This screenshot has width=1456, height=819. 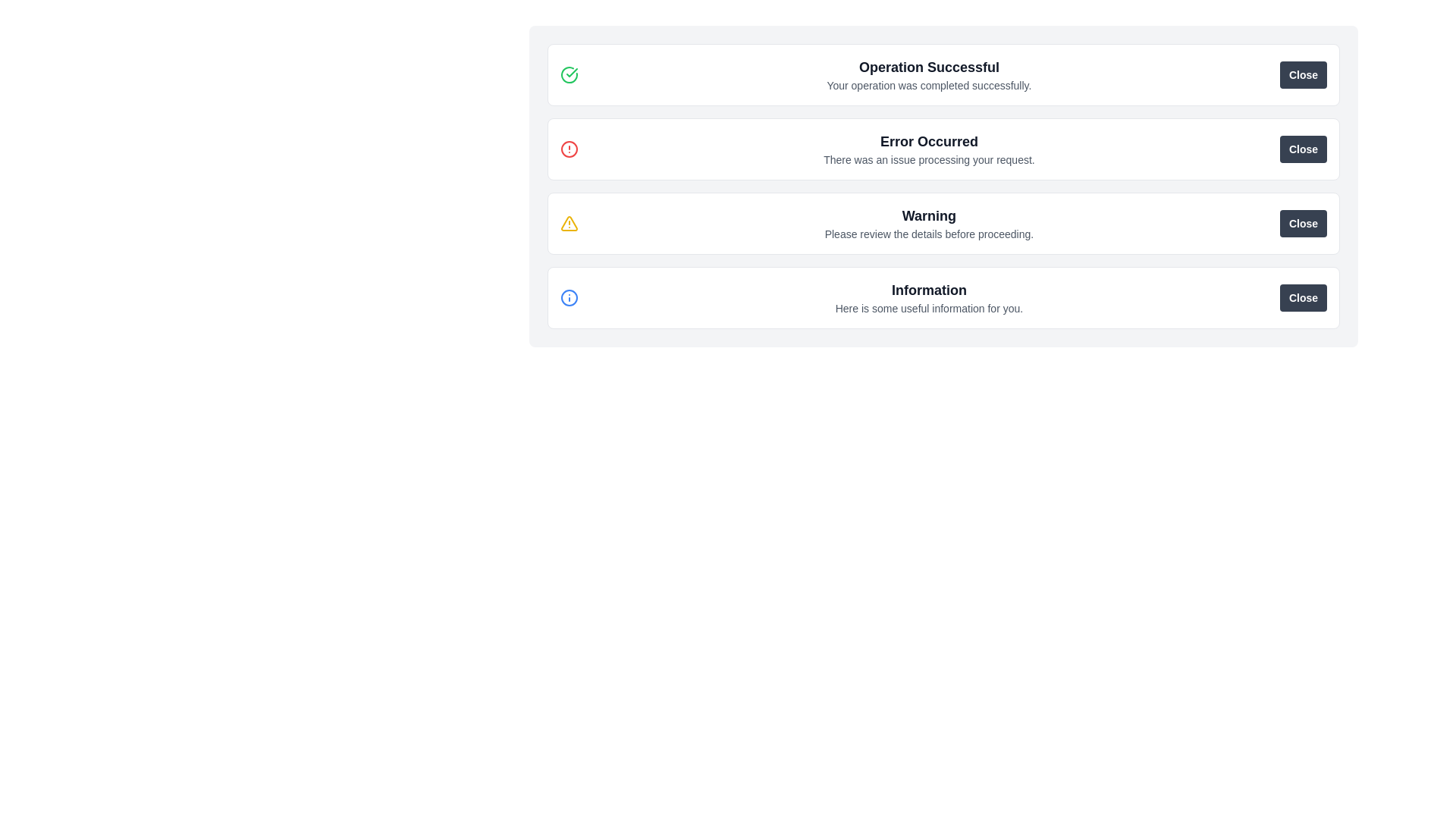 I want to click on the yellow triangular warning icon with a black outline and an exclamation mark inside, which is located to the left of the text 'Warning Please review the details before proceeding.', so click(x=568, y=223).